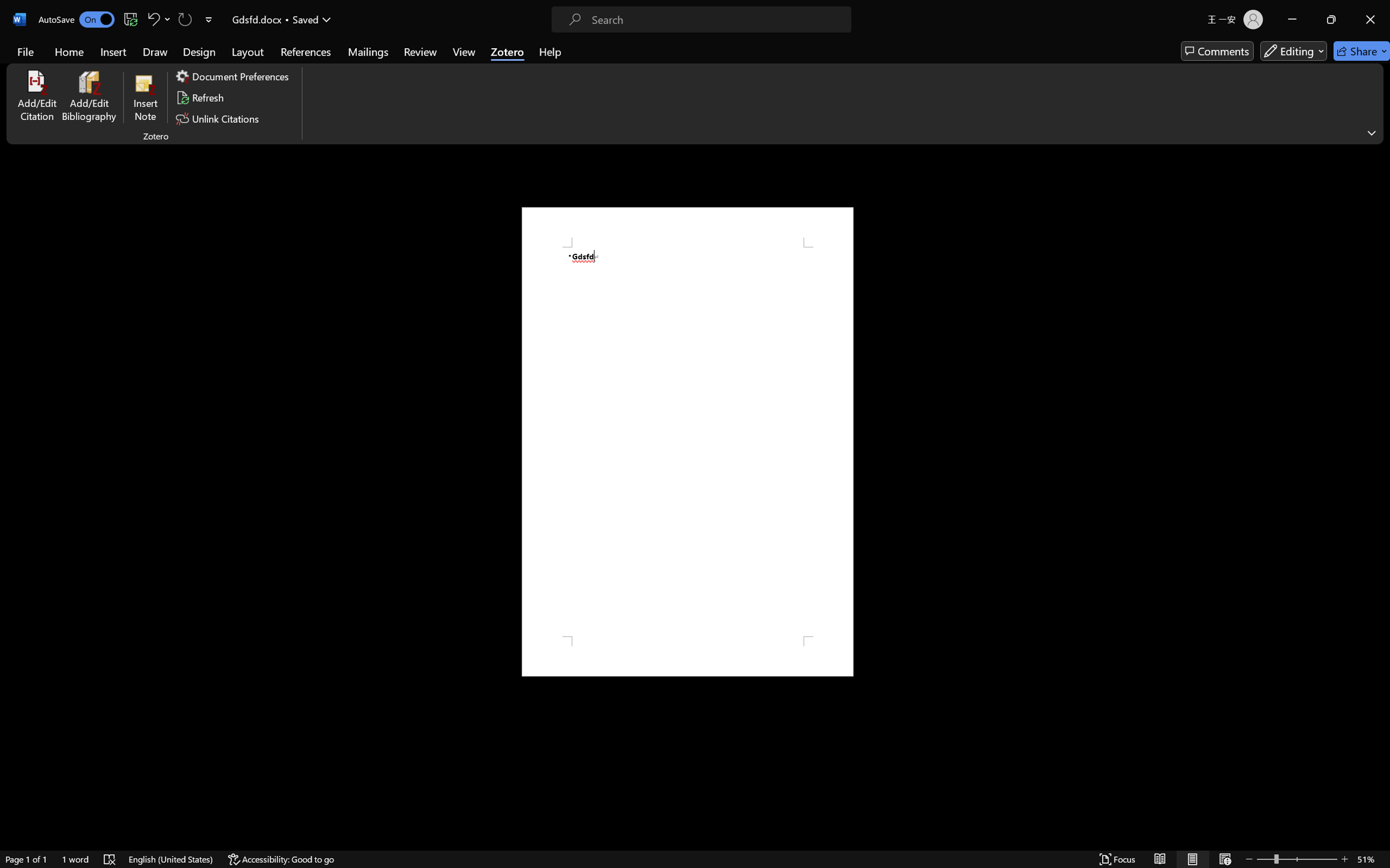 The height and width of the screenshot is (868, 1390). I want to click on 'Connector: Elbow Arrow', so click(551, 60).